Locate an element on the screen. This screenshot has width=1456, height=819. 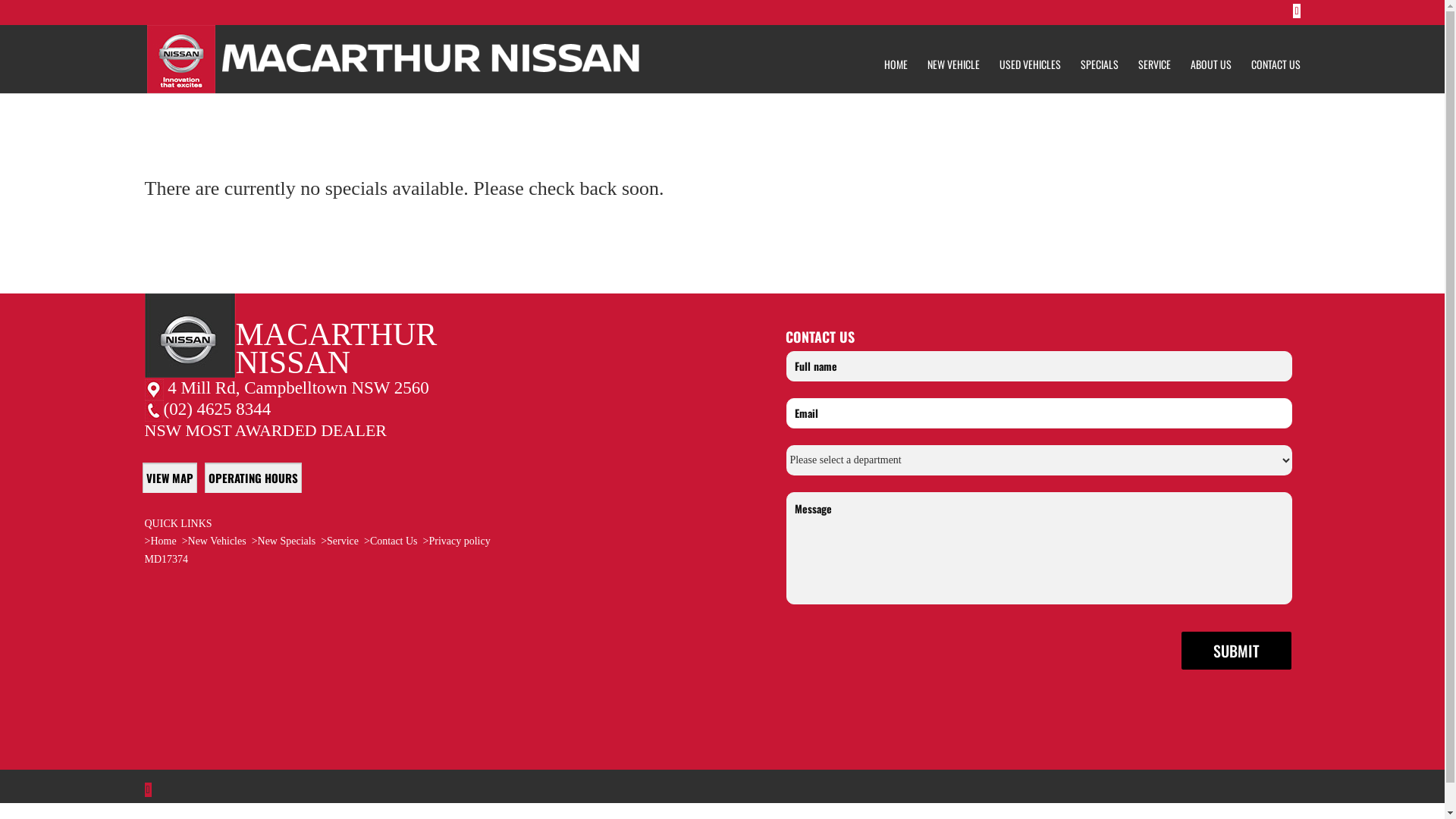
'Contact Us' is located at coordinates (394, 540).